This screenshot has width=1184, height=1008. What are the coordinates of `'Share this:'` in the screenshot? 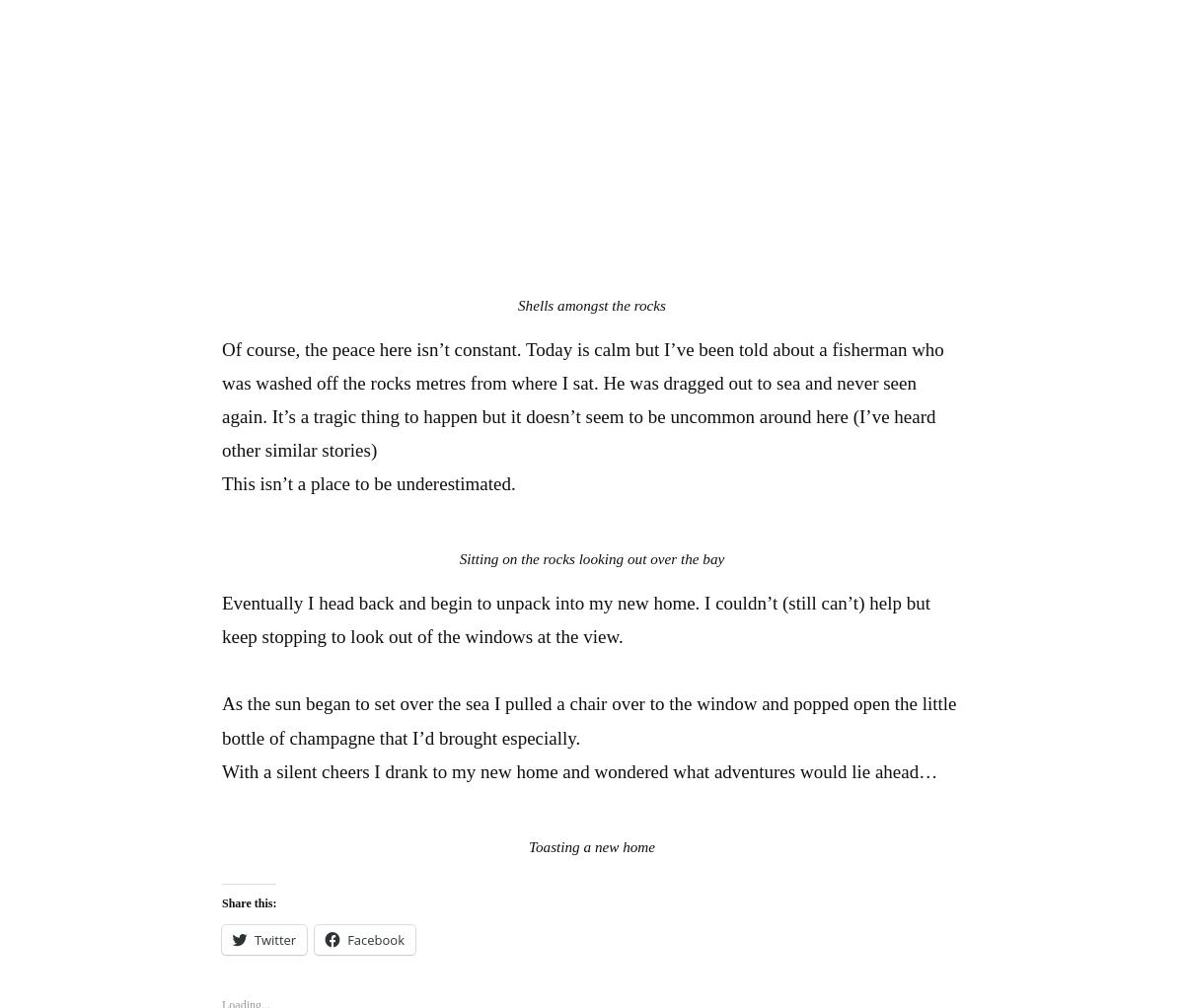 It's located at (248, 901).